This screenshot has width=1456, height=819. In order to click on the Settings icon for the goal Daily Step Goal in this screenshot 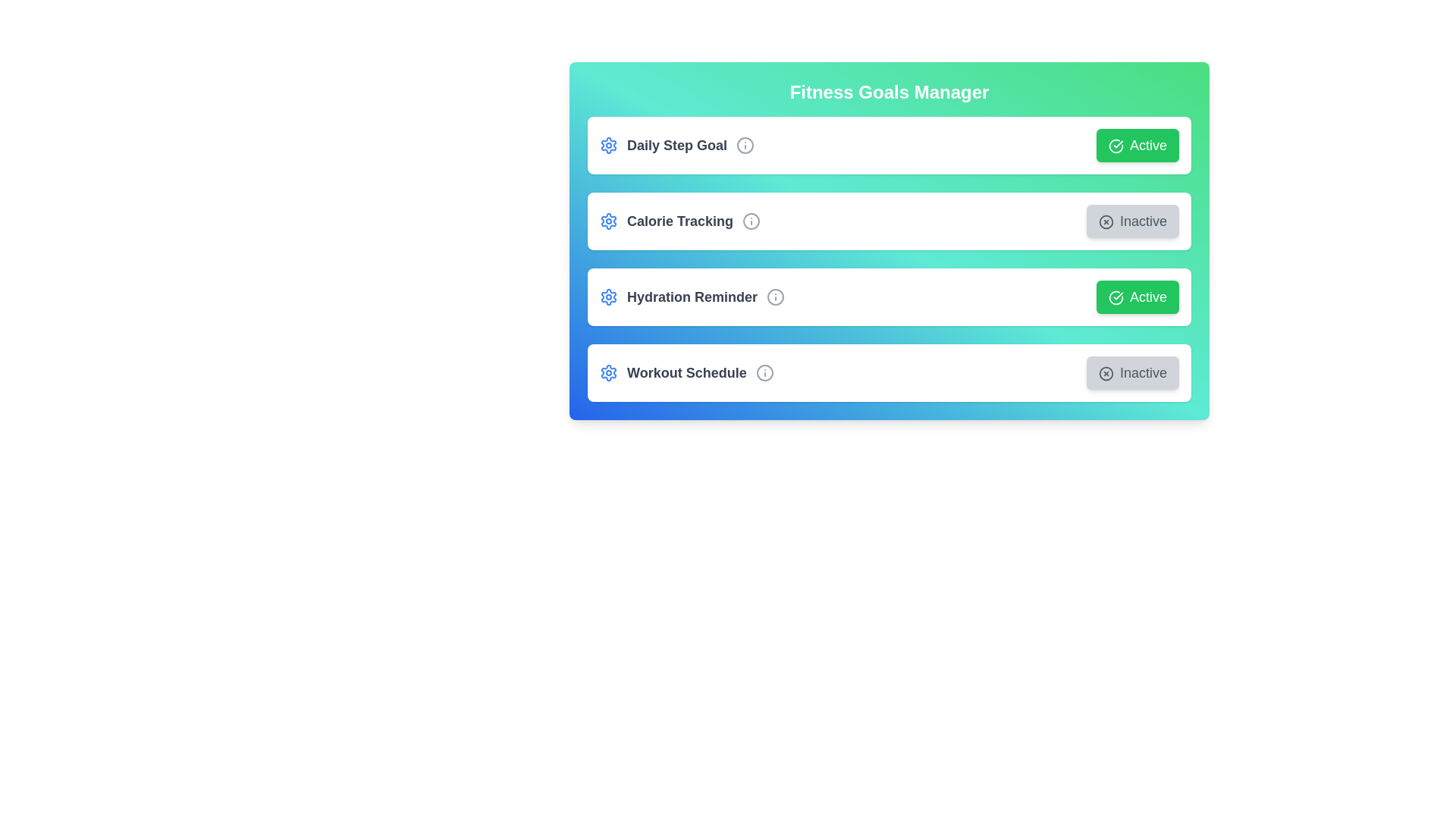, I will do `click(608, 146)`.